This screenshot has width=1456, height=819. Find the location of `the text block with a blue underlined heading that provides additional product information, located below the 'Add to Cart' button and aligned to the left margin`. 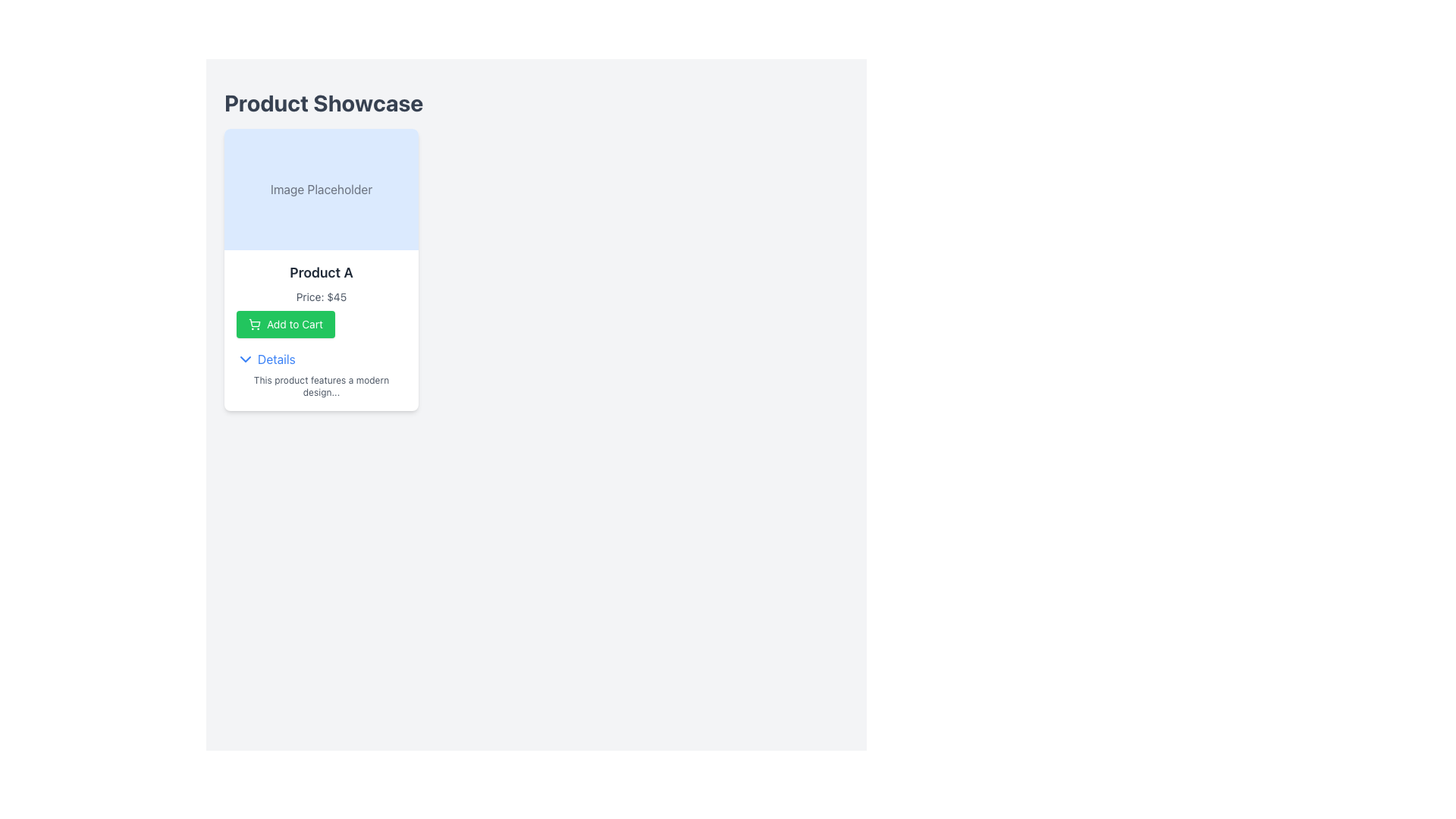

the text block with a blue underlined heading that provides additional product information, located below the 'Add to Cart' button and aligned to the left margin is located at coordinates (320, 371).